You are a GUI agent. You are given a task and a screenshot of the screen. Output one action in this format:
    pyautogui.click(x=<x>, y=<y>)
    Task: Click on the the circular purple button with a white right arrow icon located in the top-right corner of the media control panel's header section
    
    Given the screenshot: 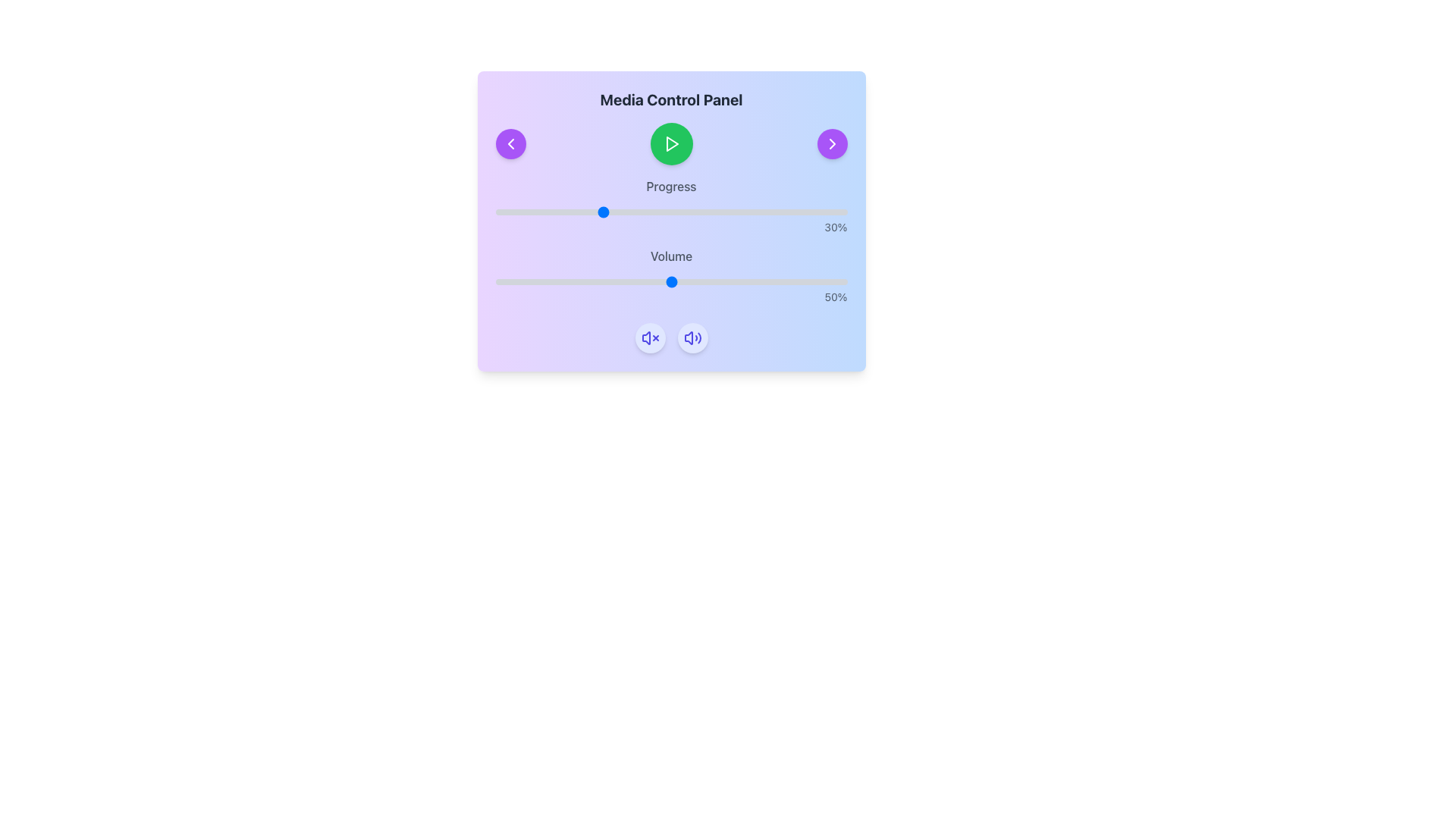 What is the action you would take?
    pyautogui.click(x=831, y=143)
    